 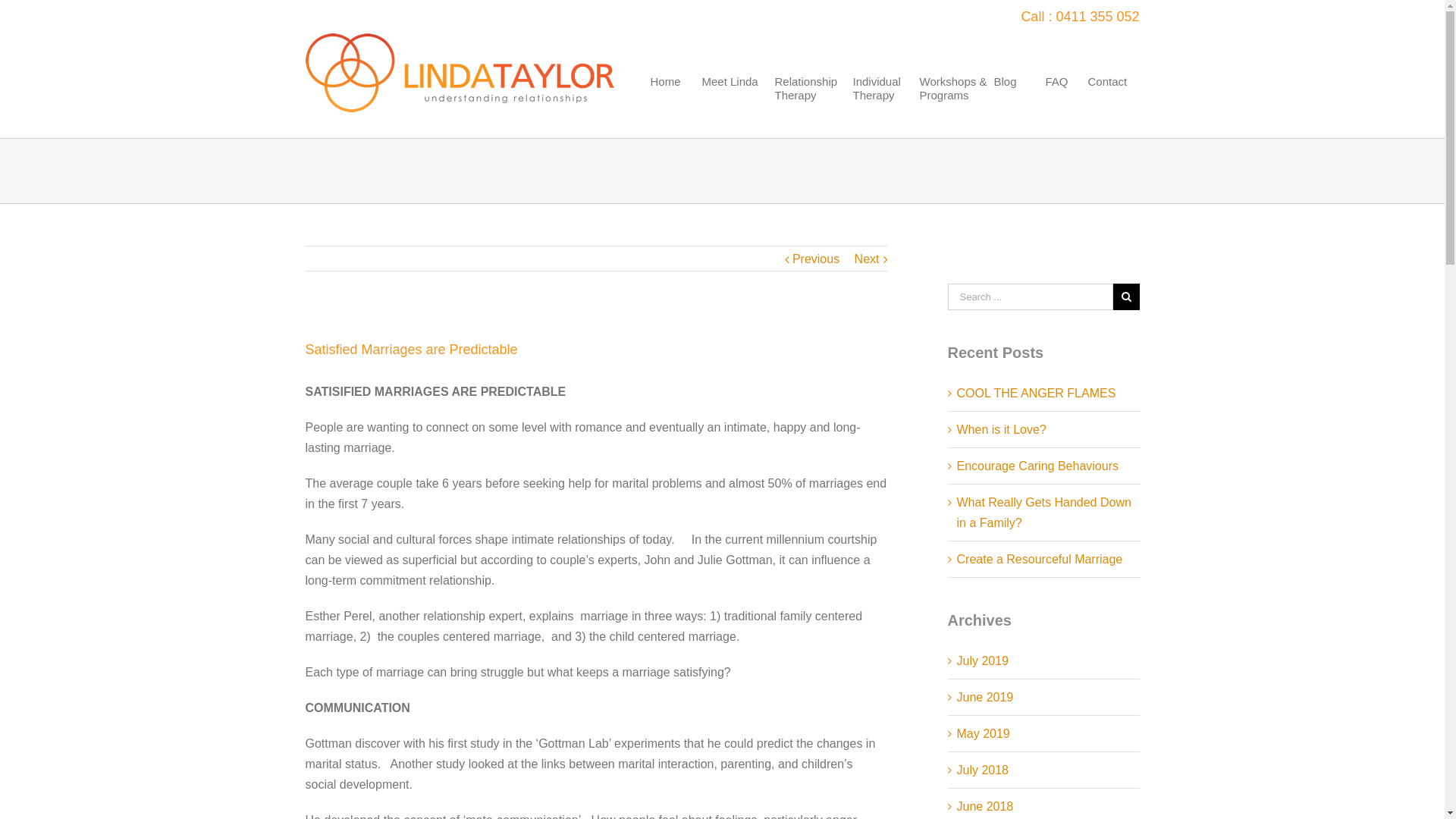 I want to click on 'Create a Resourceful Marriage', so click(x=1039, y=559).